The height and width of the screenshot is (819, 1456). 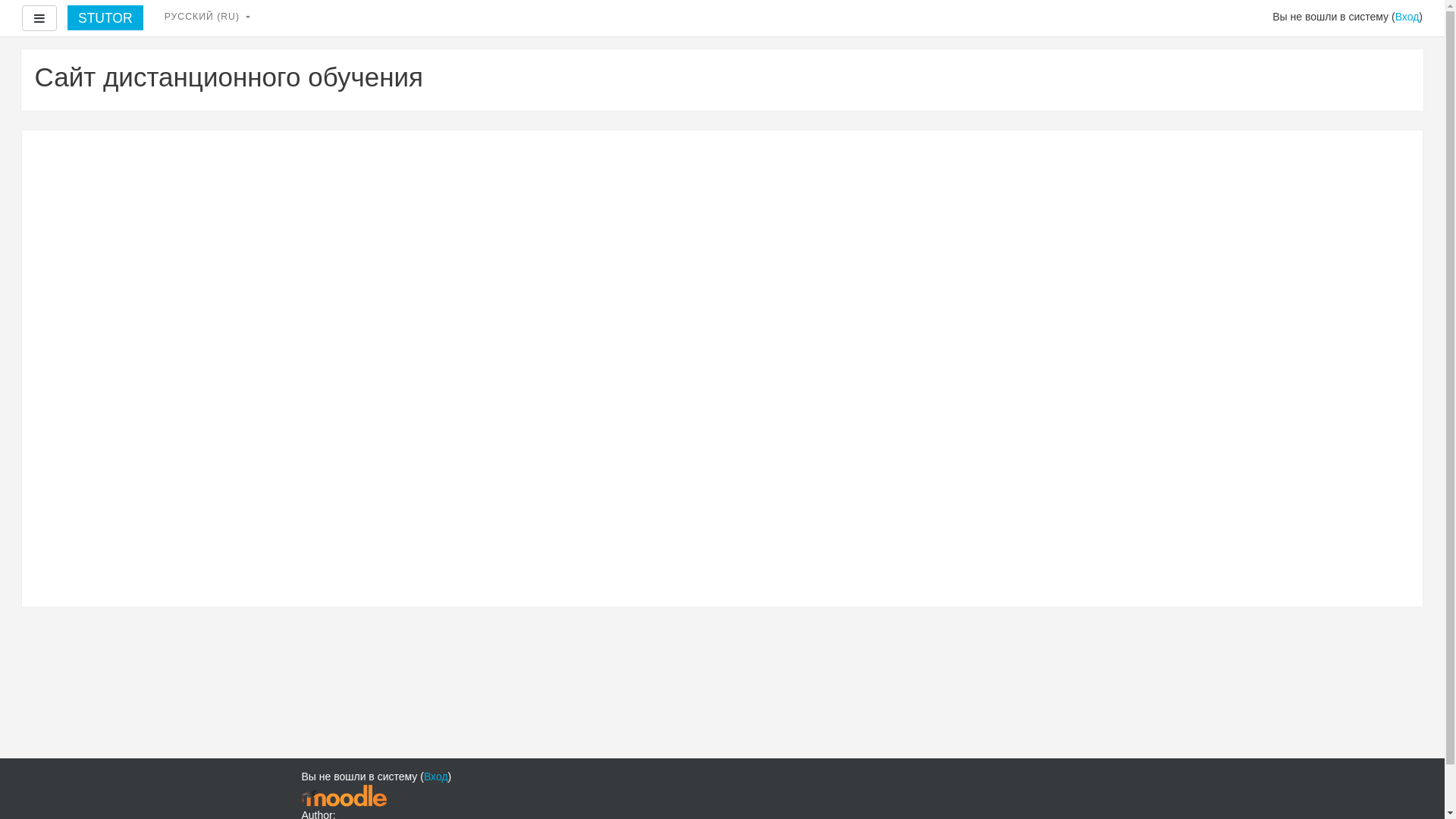 I want to click on 'STUTOR', so click(x=105, y=17).